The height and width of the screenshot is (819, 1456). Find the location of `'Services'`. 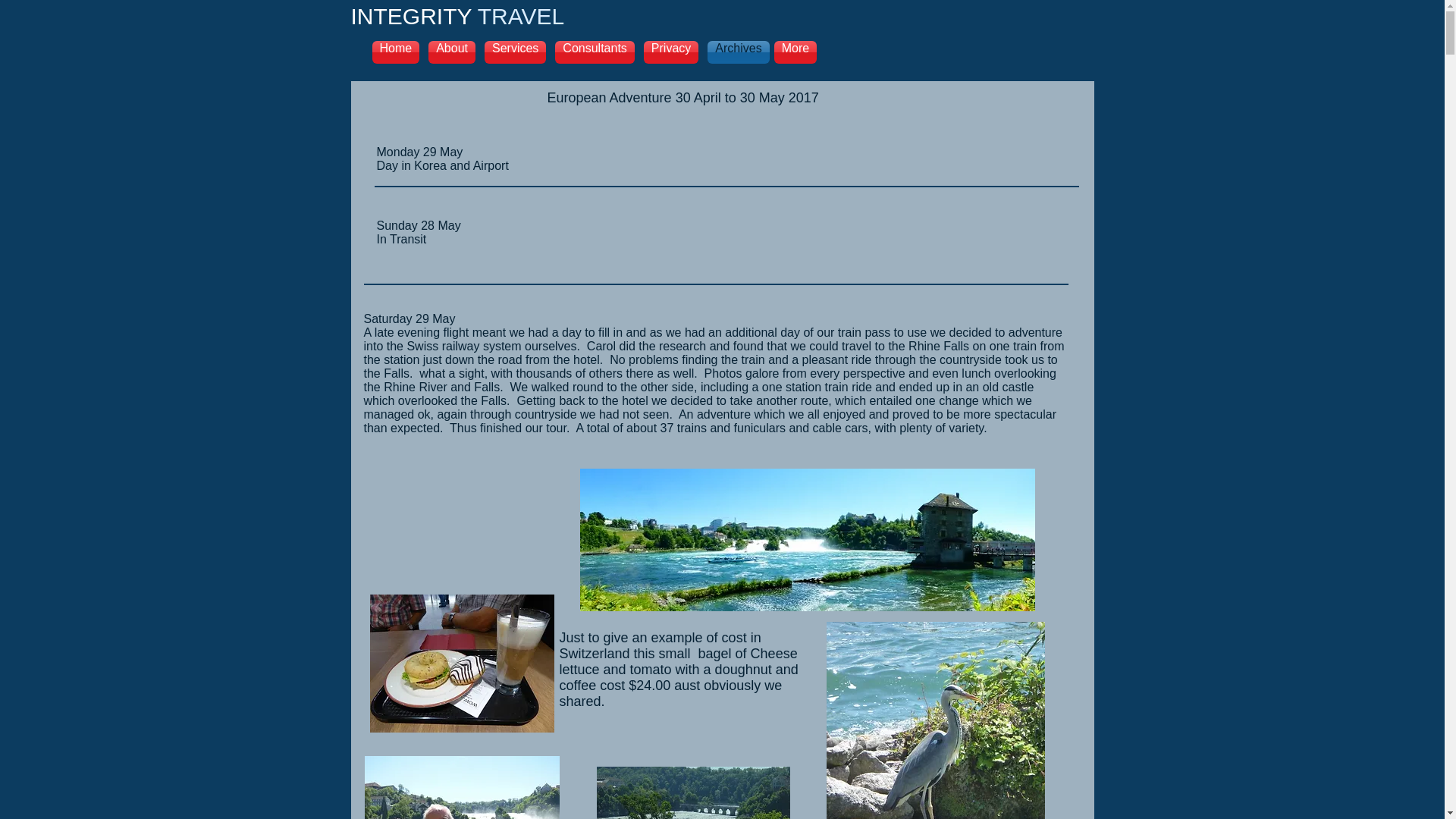

'Services' is located at coordinates (515, 52).